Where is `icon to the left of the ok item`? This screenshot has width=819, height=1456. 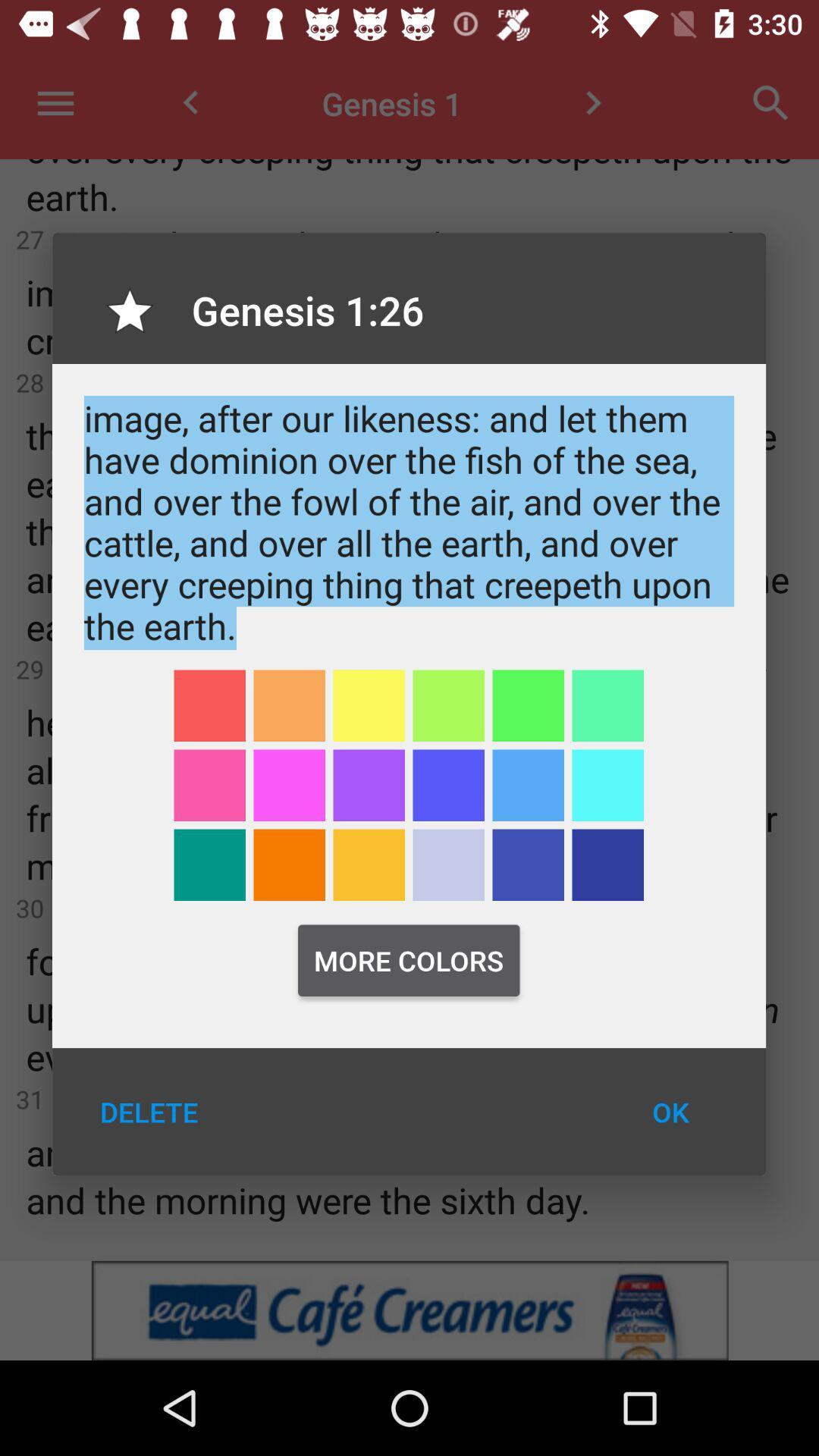 icon to the left of the ok item is located at coordinates (149, 1112).